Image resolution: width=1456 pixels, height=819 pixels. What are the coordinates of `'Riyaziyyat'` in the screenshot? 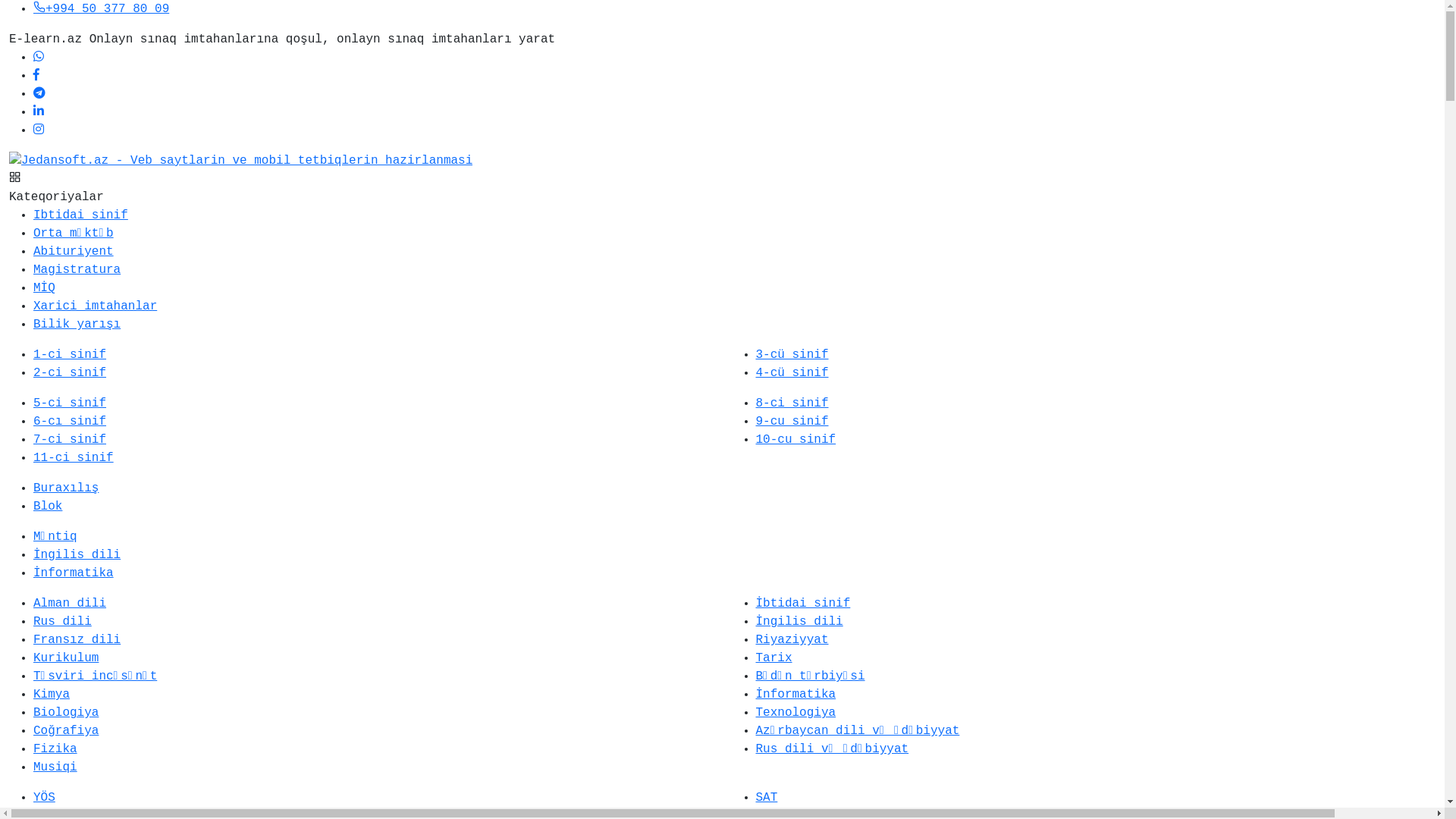 It's located at (790, 640).